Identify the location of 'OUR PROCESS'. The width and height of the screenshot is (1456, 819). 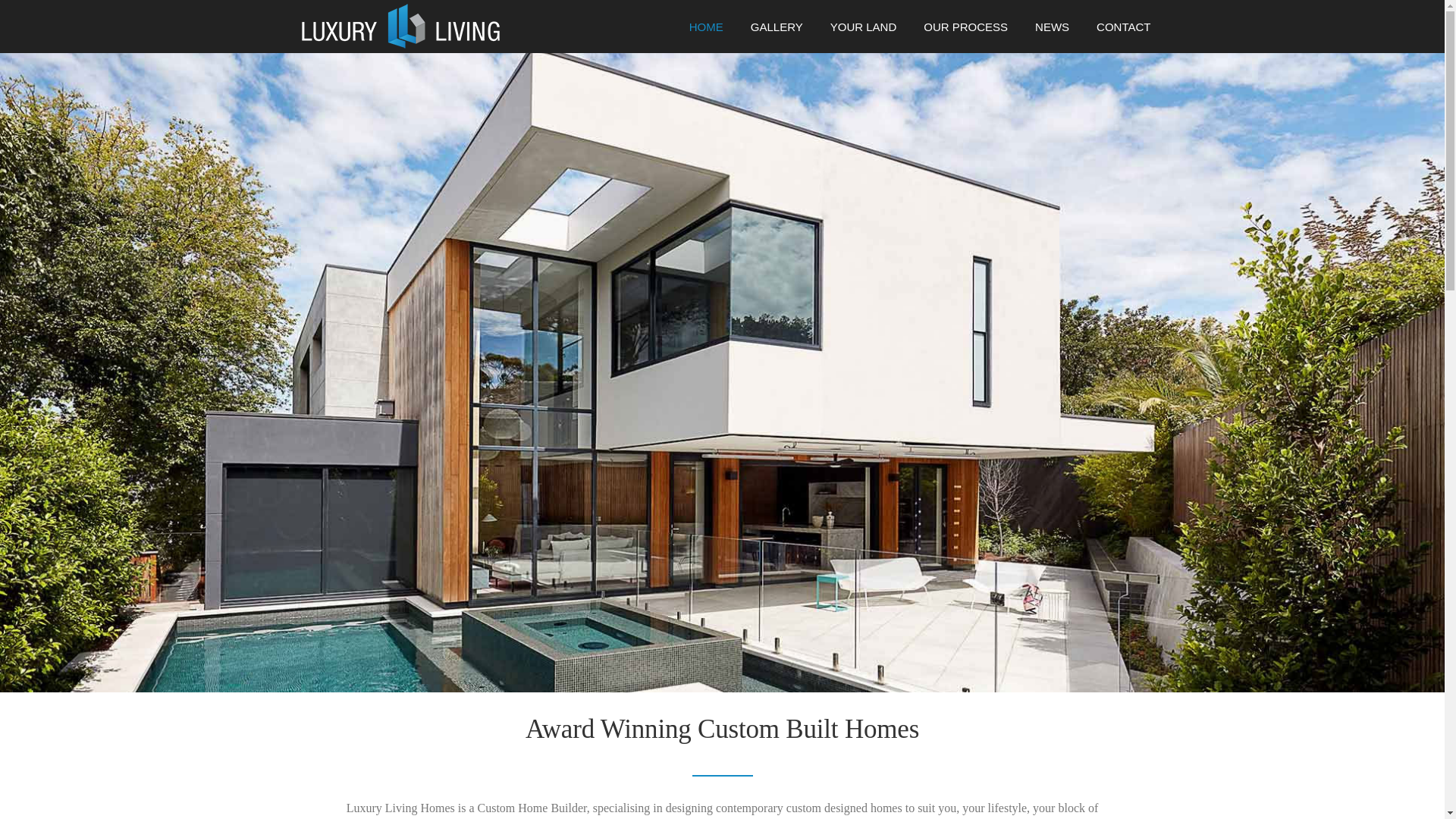
(965, 33).